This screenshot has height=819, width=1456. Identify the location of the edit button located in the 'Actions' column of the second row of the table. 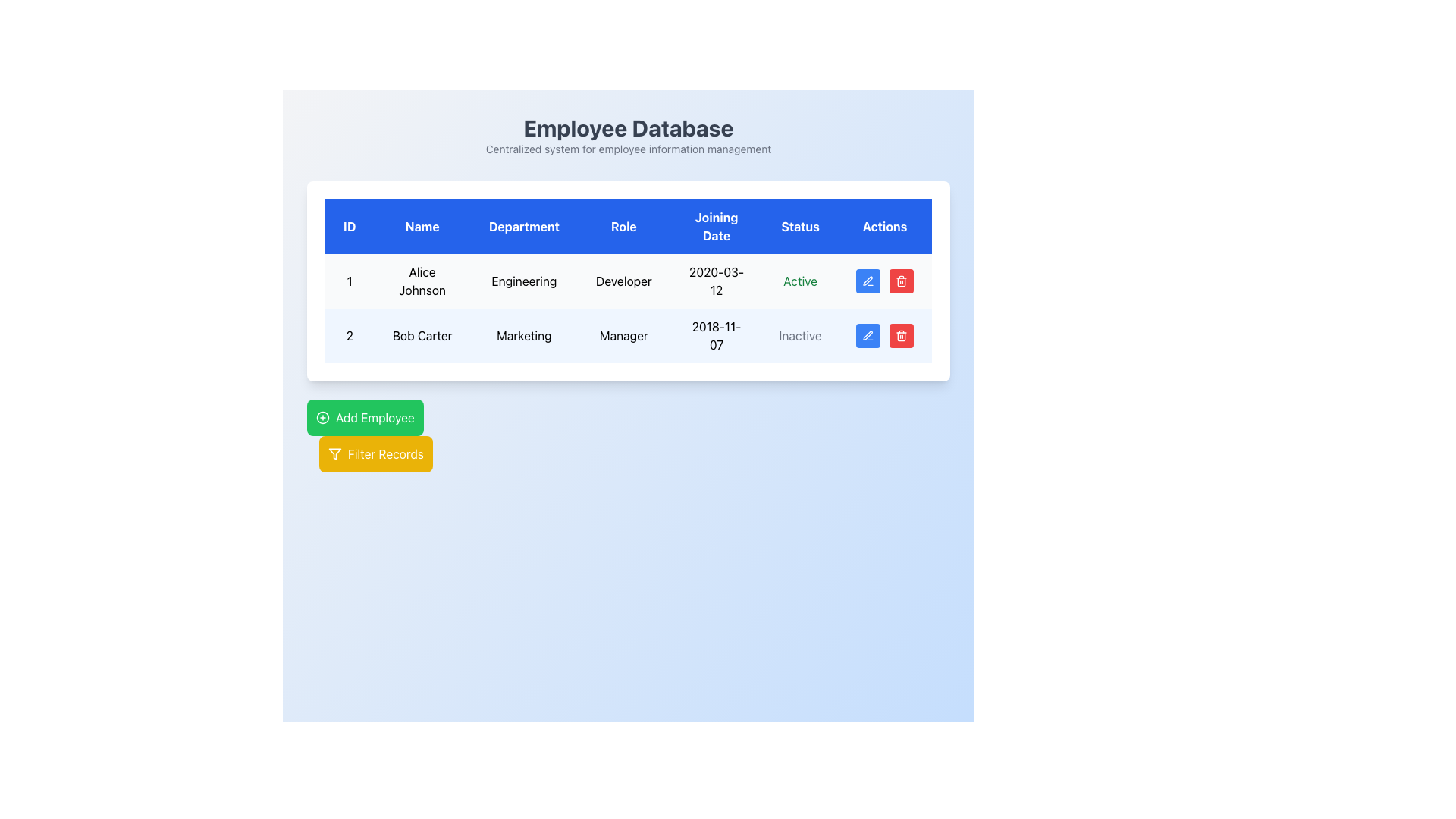
(868, 335).